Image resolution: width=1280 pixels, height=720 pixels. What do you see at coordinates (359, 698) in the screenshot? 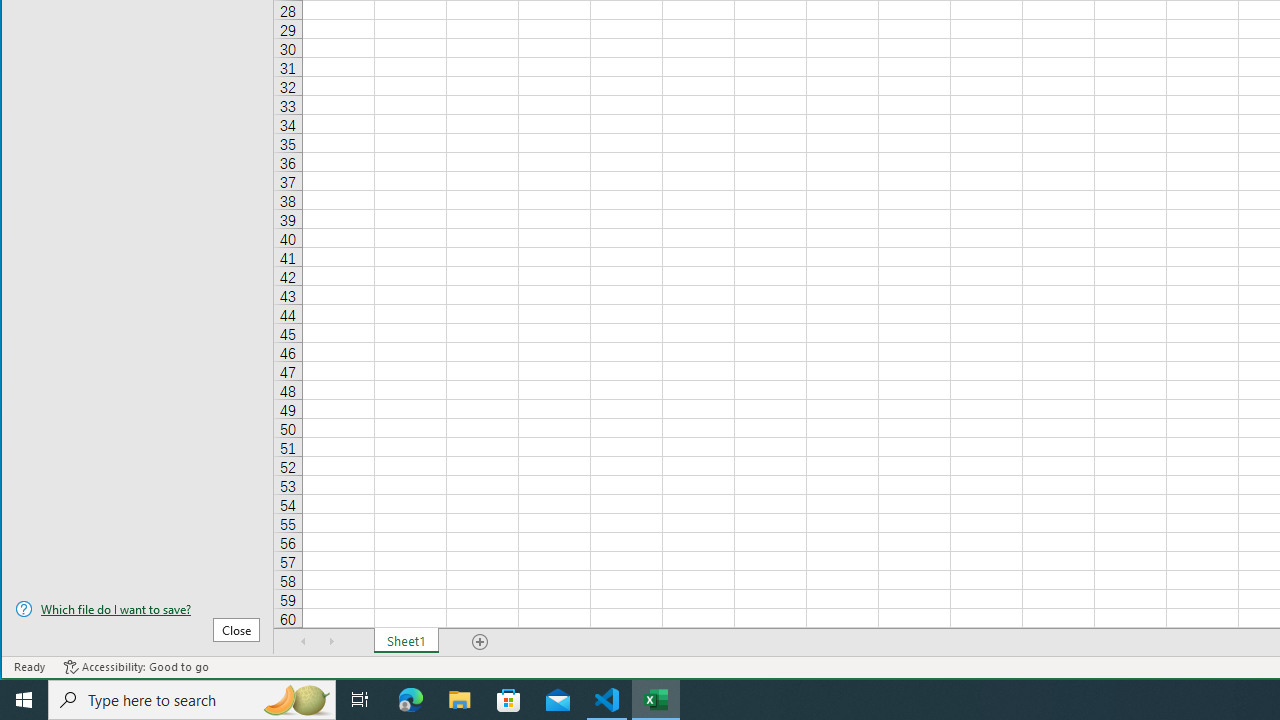
I see `'Task View'` at bounding box center [359, 698].